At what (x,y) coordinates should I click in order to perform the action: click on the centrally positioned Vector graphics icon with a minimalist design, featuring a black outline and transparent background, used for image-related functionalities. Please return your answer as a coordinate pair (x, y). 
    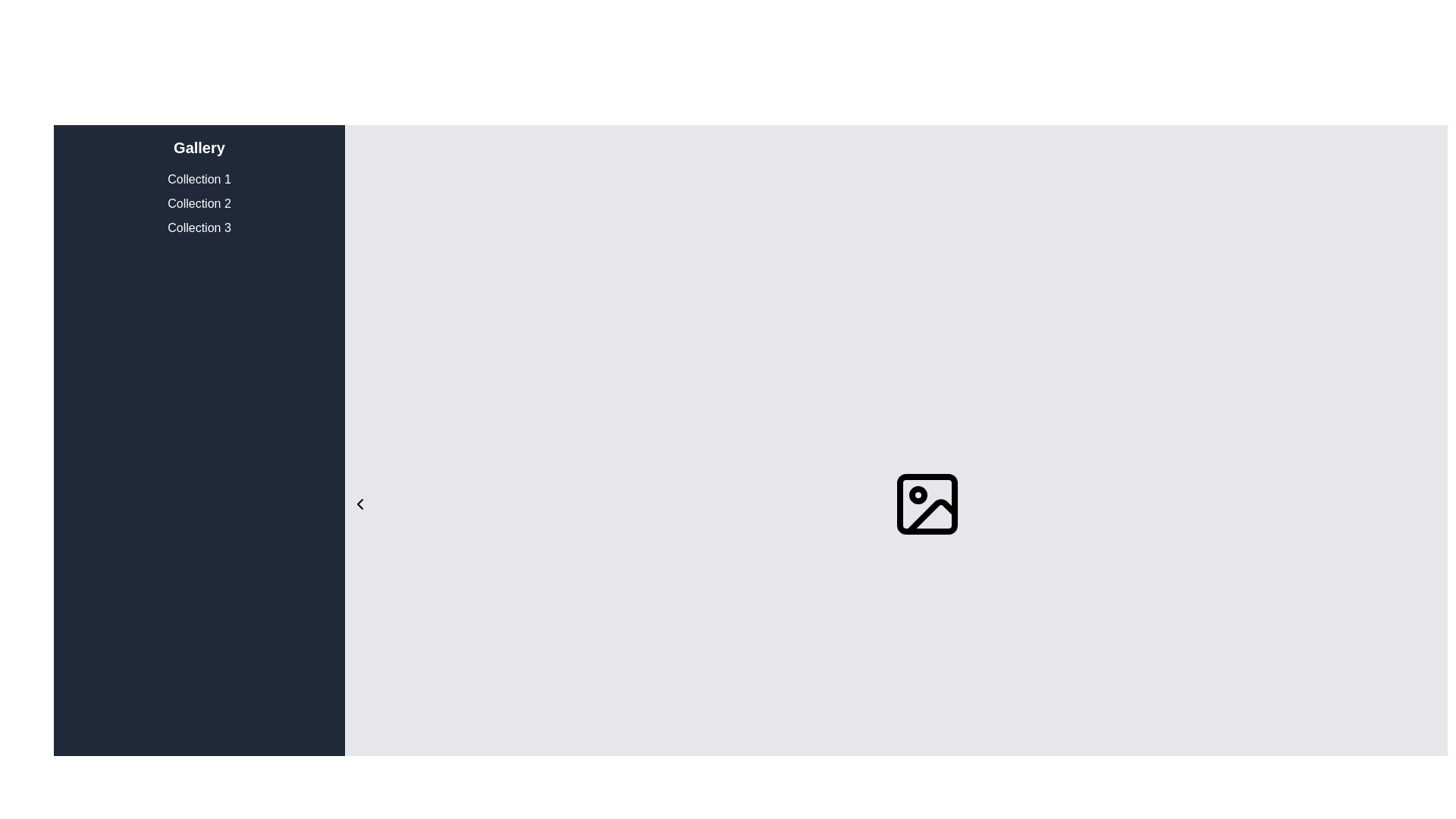
    Looking at the image, I should click on (927, 504).